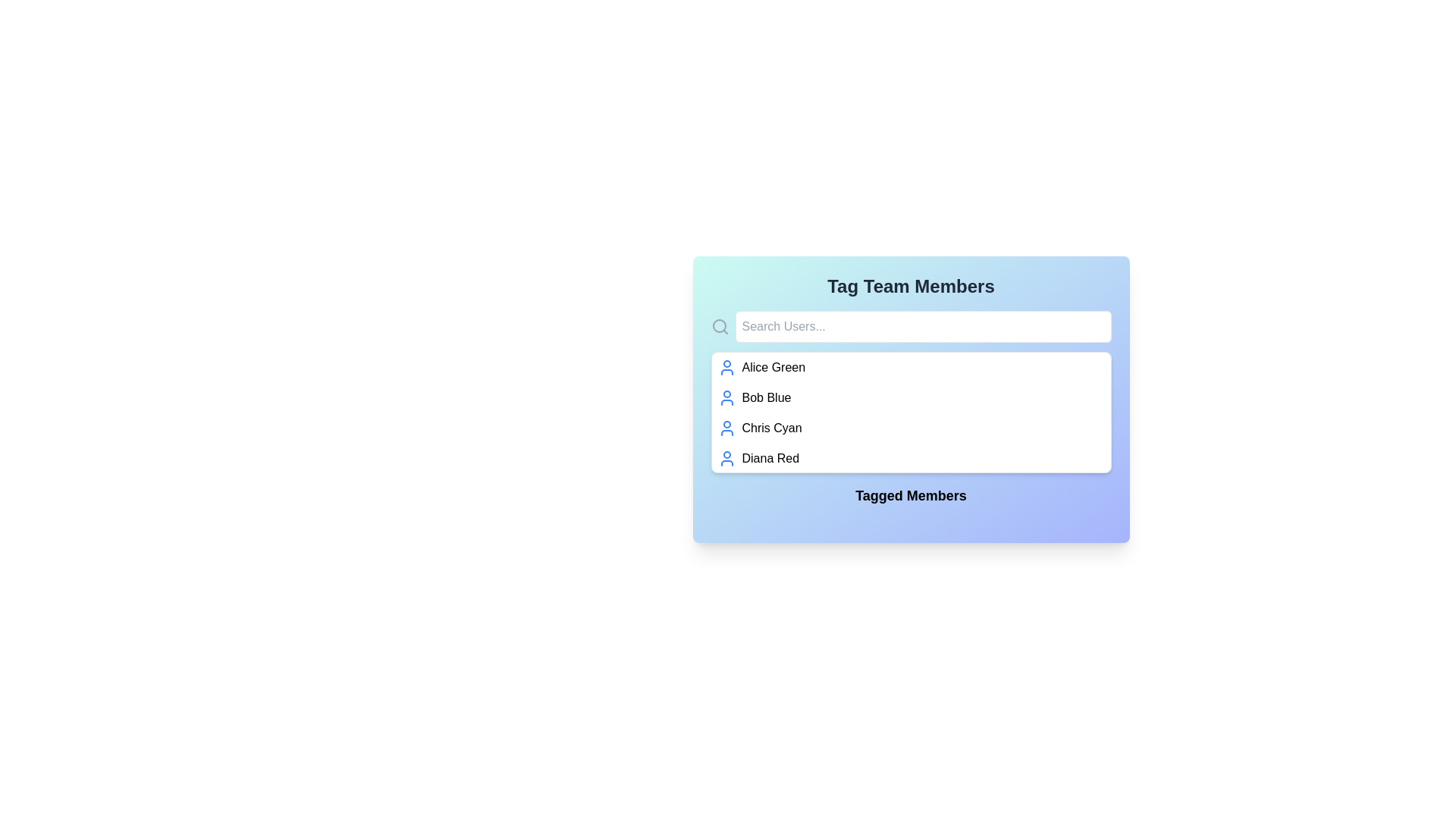  I want to click on the 'Tag Team Members' static label, which features bold, large dark gray text at the top of a rounded rectangle card with a gradient background, so click(910, 287).